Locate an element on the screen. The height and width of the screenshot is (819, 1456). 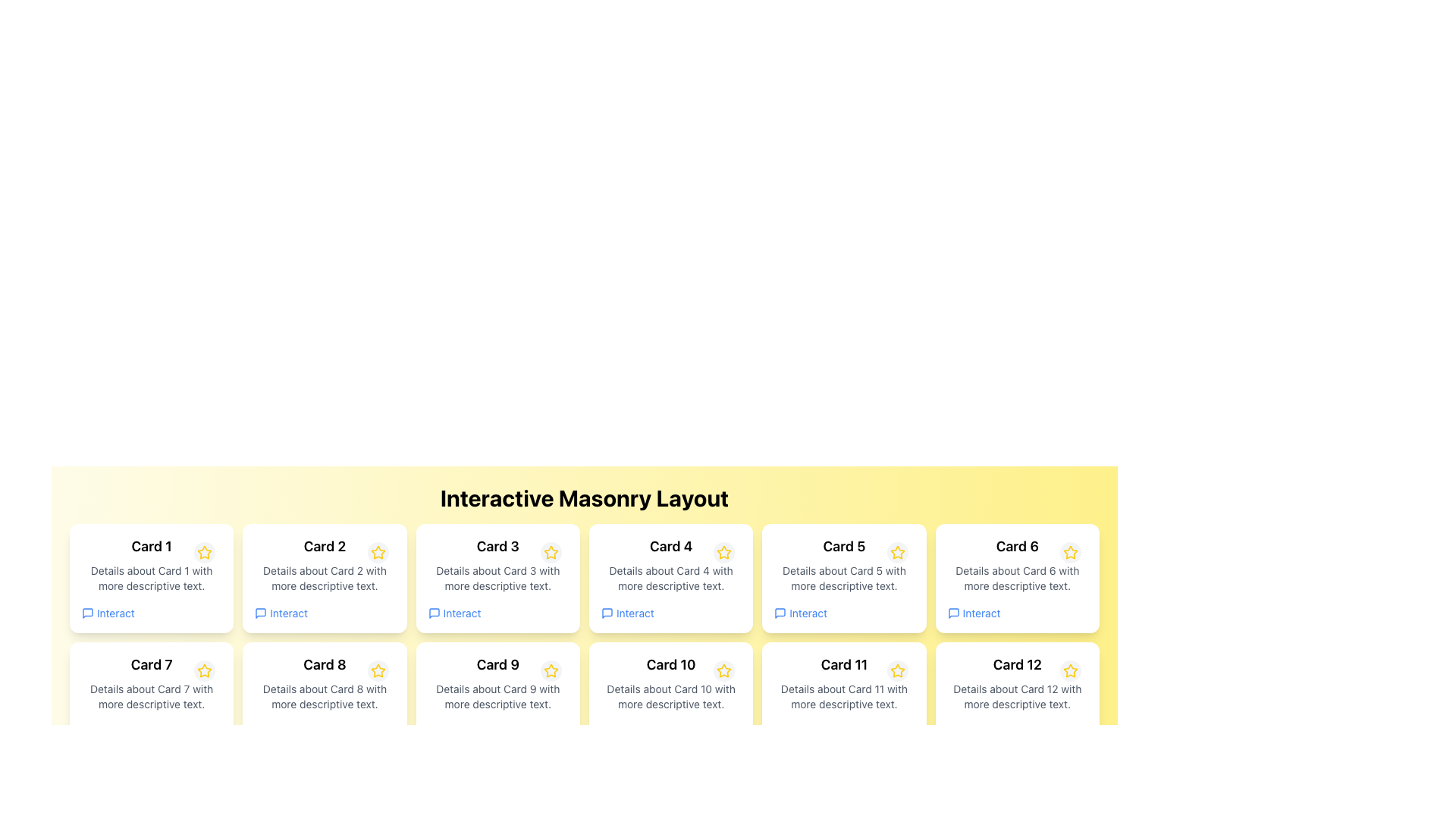
the card located in the second row and fifth column of the grid layout is located at coordinates (670, 696).